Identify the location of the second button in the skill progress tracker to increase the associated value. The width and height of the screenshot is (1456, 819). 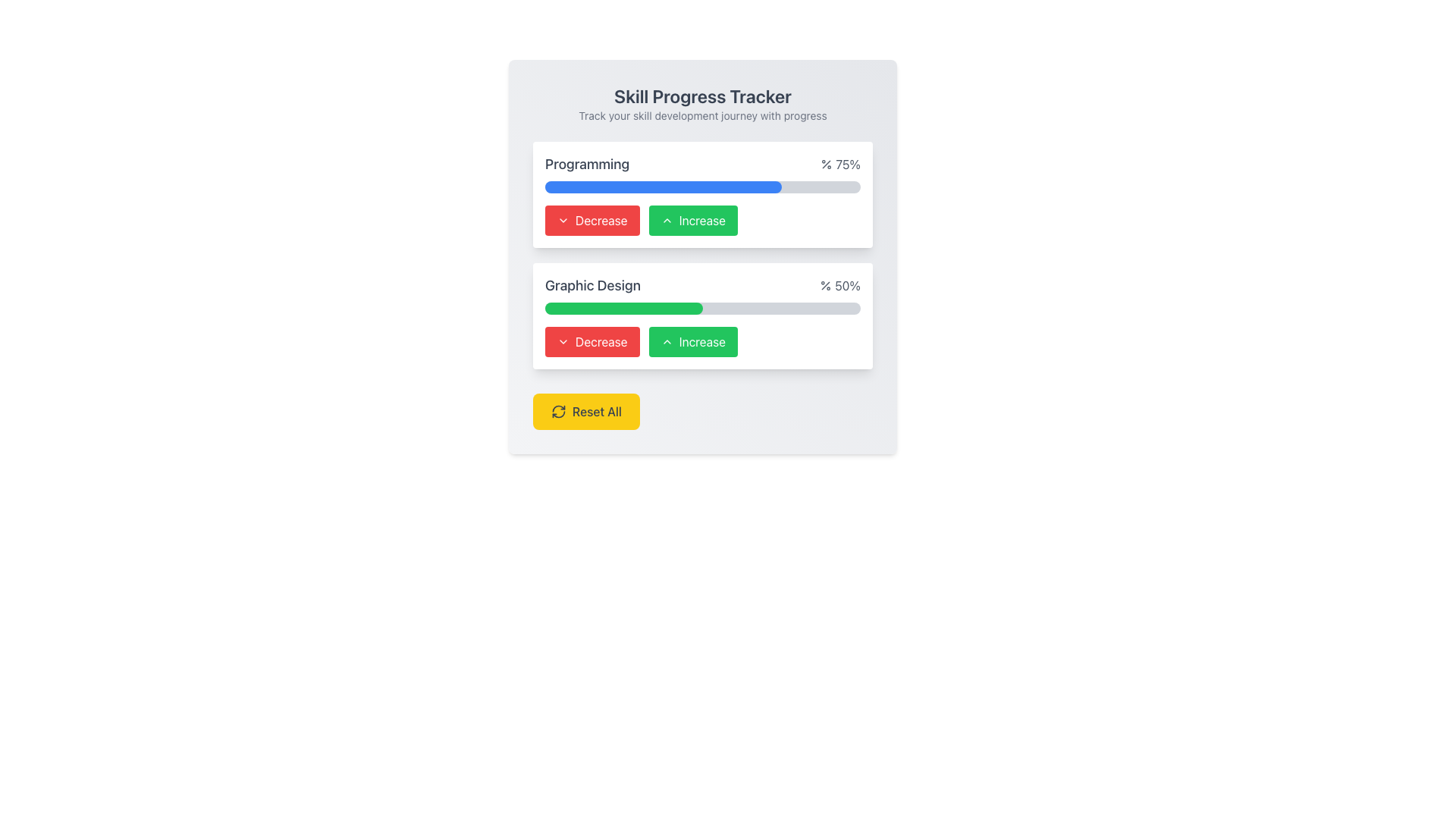
(692, 220).